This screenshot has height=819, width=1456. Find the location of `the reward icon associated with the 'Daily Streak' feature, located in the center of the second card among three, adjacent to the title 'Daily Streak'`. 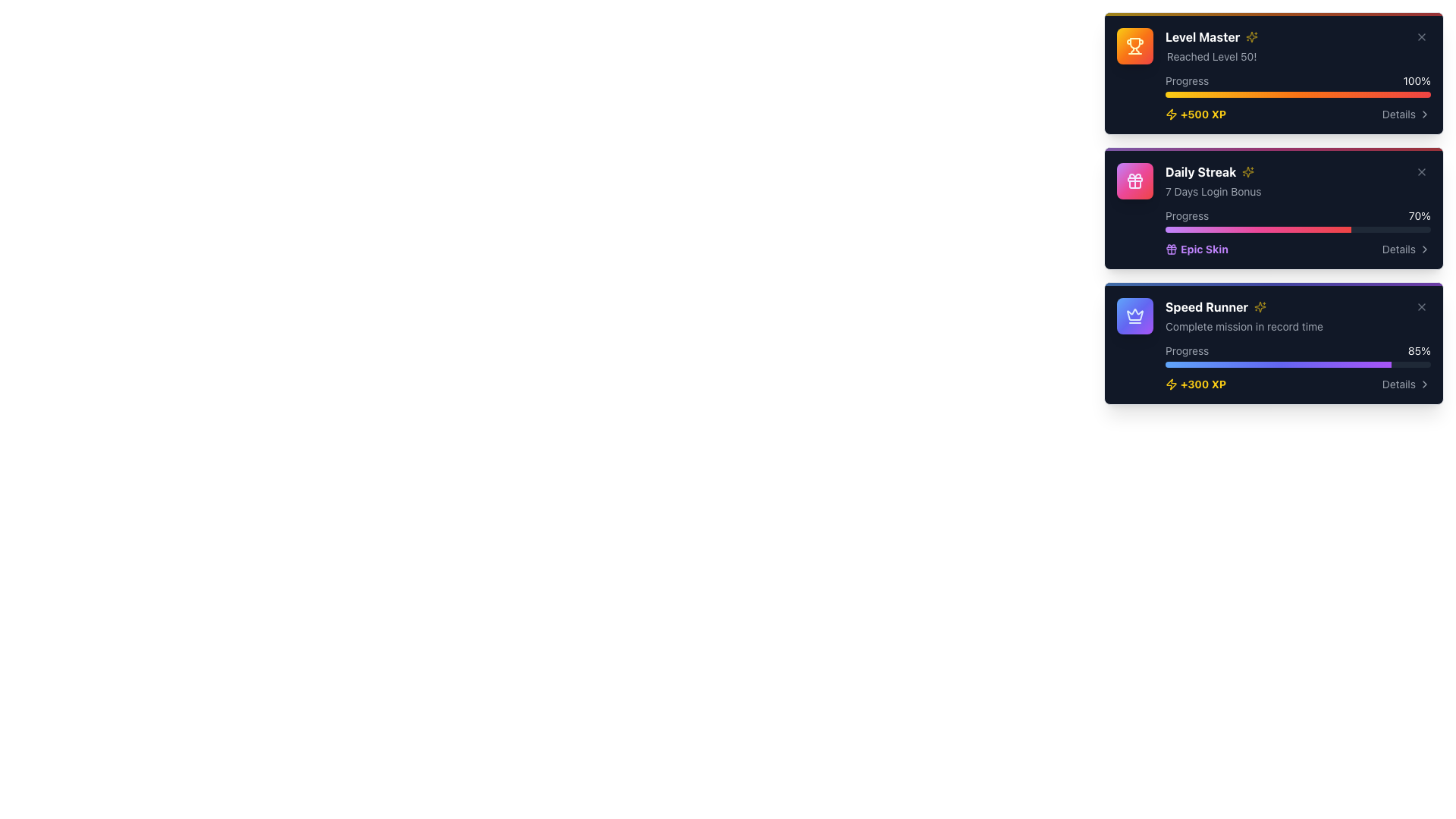

the reward icon associated with the 'Daily Streak' feature, located in the center of the second card among three, adjacent to the title 'Daily Streak' is located at coordinates (1135, 180).